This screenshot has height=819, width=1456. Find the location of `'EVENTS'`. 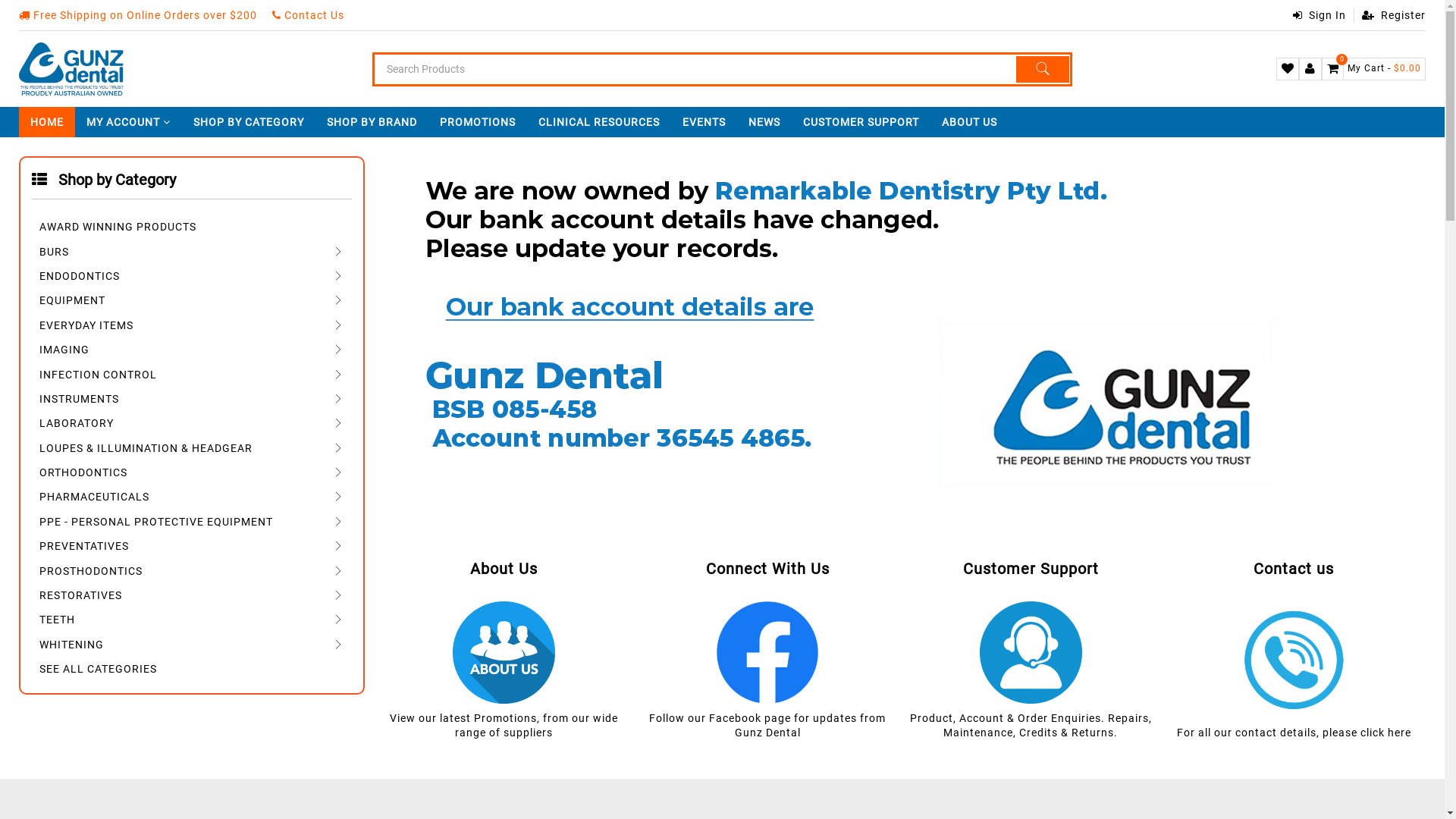

'EVENTS' is located at coordinates (670, 121).